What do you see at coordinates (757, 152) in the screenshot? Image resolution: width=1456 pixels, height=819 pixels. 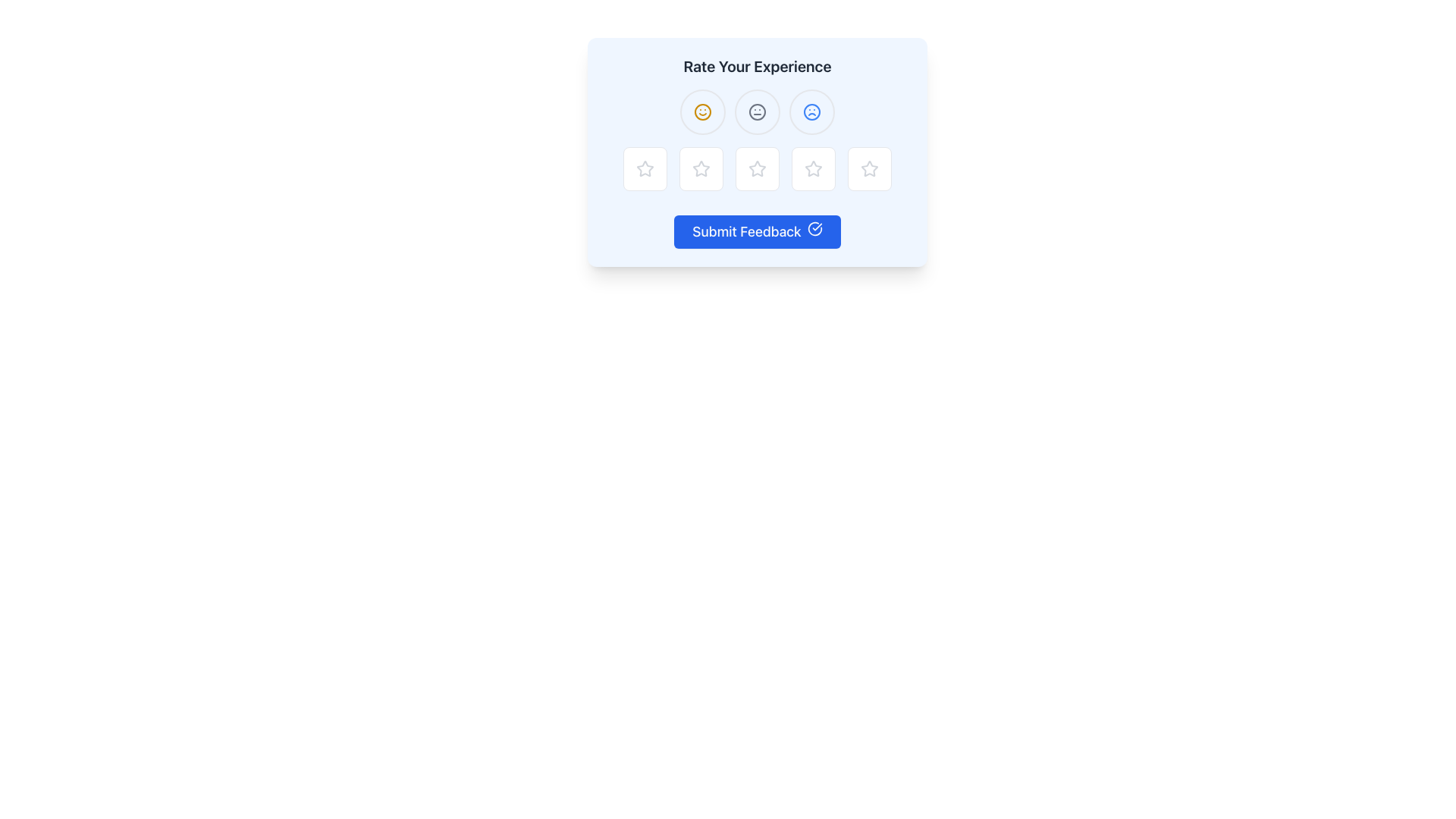 I see `the third star icon from the left in the rating row for customization` at bounding box center [757, 152].